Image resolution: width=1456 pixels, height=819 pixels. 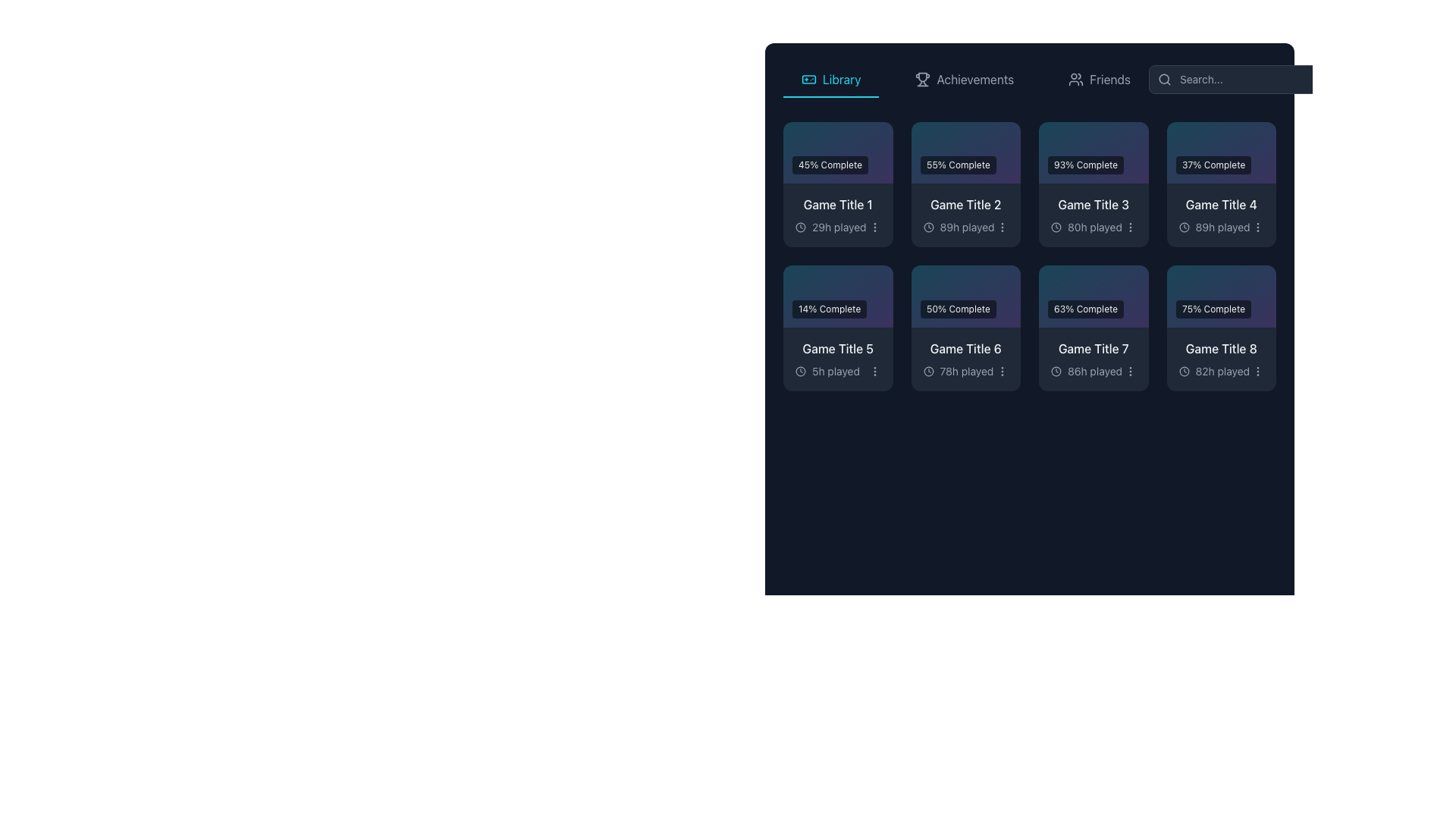 I want to click on the clock icon of the Text Display Block with Icon, which displays the title and playtime of a specific game, so click(x=1221, y=359).